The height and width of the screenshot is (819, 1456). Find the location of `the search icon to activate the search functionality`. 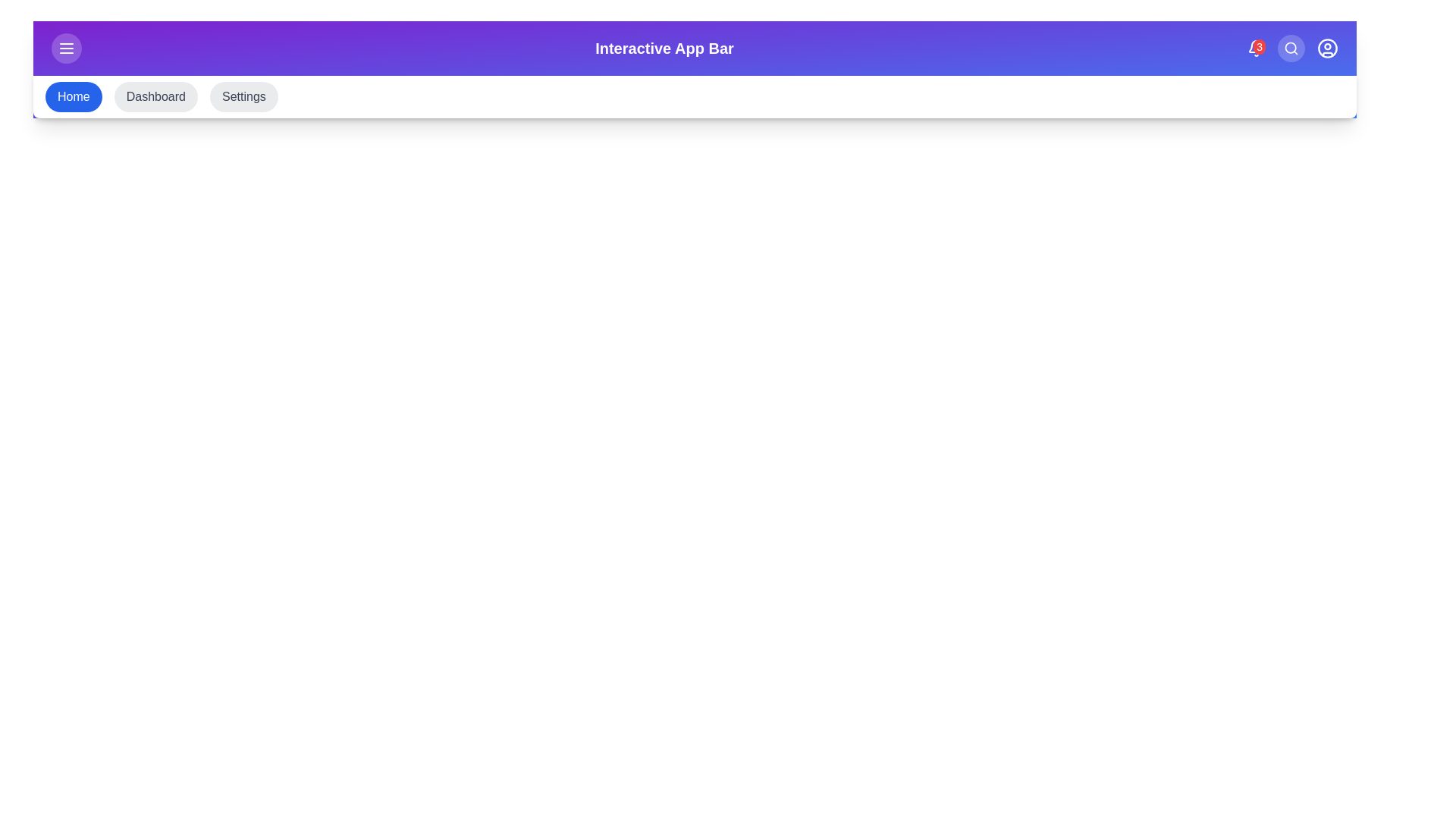

the search icon to activate the search functionality is located at coordinates (1291, 48).